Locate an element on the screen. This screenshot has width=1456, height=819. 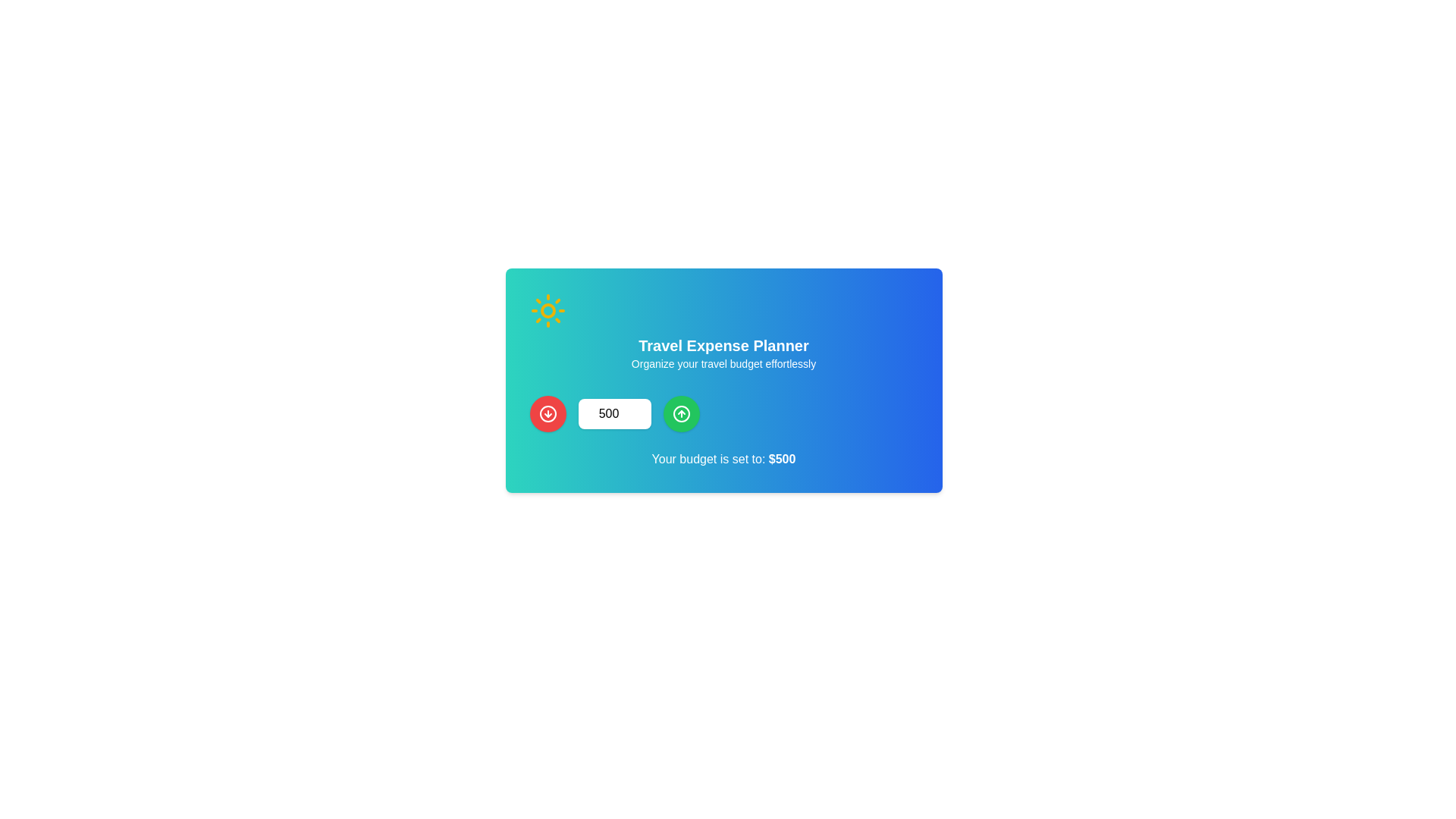
the number input field displaying '500' to focus it is located at coordinates (614, 414).